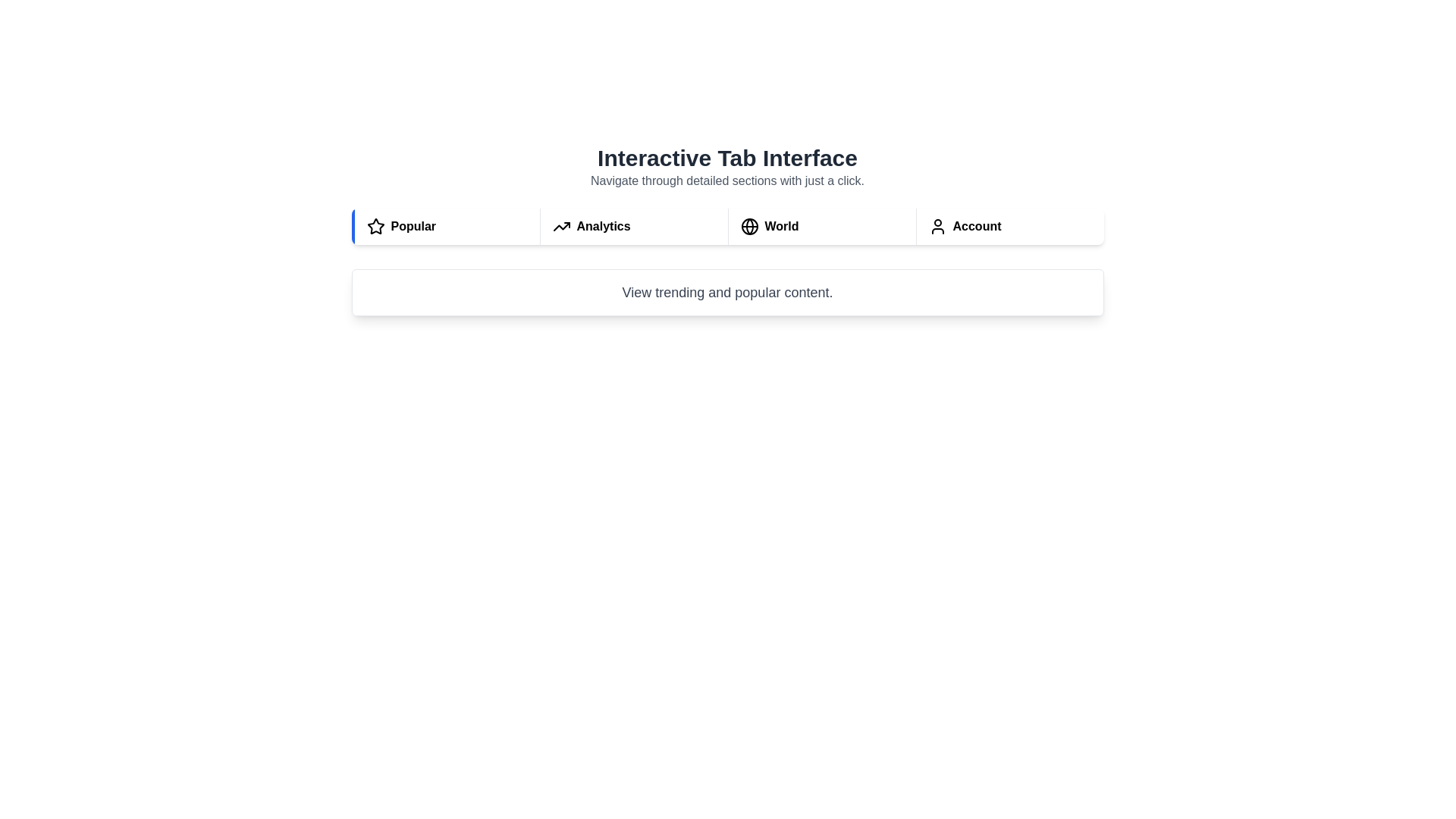 The image size is (1456, 819). What do you see at coordinates (821, 227) in the screenshot?
I see `the World tab to preview its style` at bounding box center [821, 227].